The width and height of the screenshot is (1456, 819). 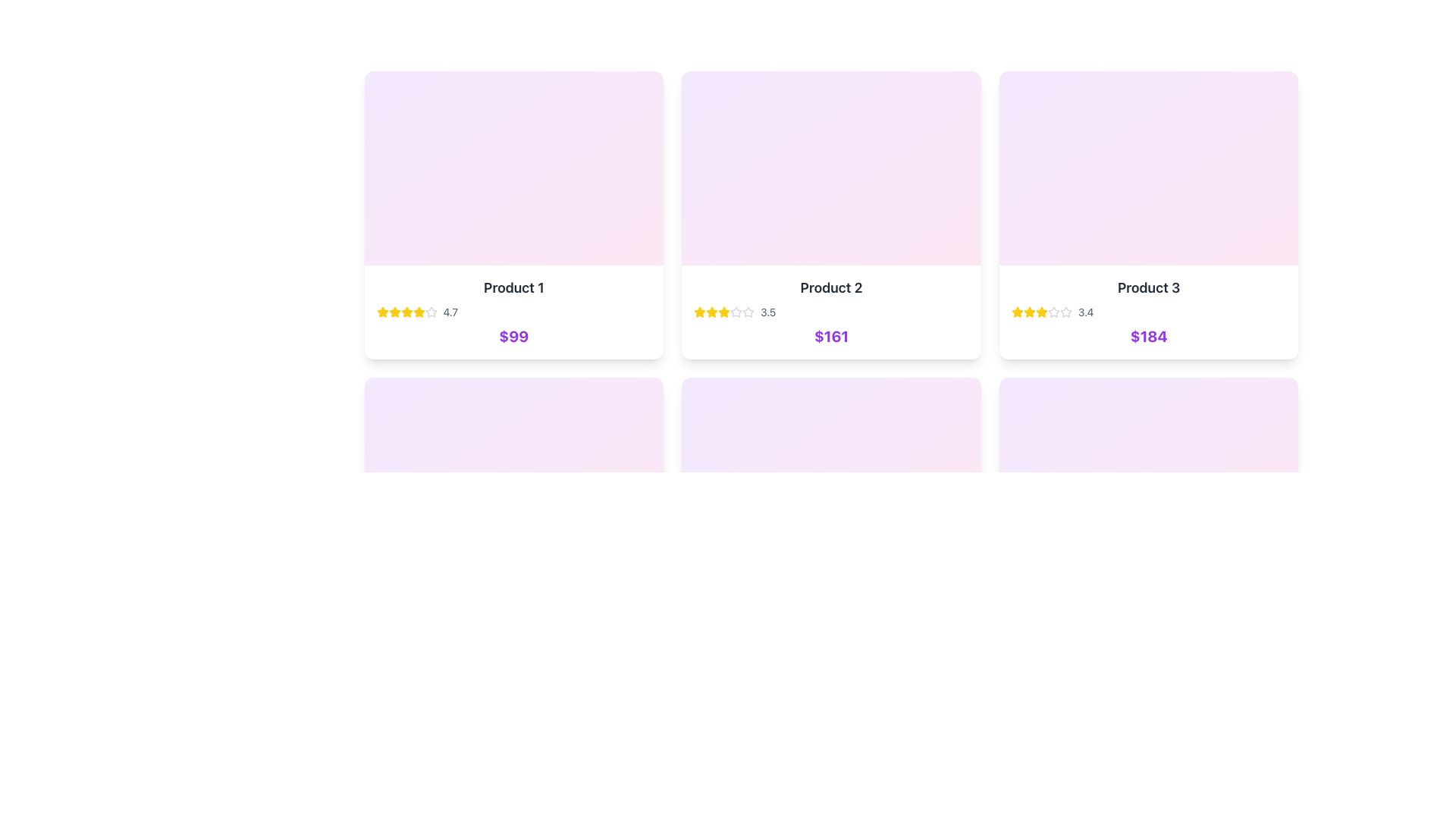 What do you see at coordinates (957, 400) in the screenshot?
I see `the visibility toggle button located at the top-right corner of the product card` at bounding box center [957, 400].